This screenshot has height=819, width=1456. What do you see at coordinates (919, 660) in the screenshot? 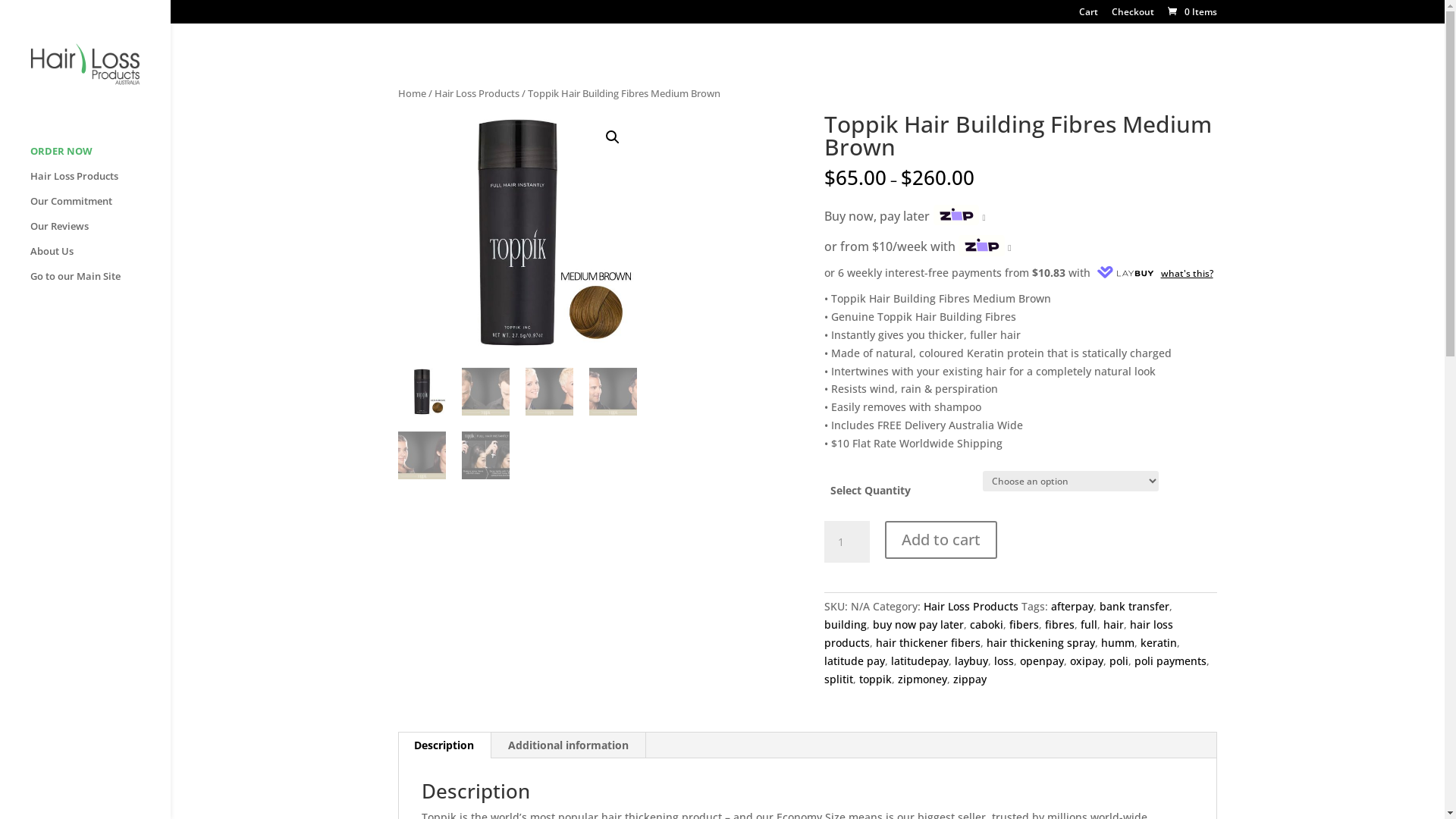
I see `'latitudepay'` at bounding box center [919, 660].